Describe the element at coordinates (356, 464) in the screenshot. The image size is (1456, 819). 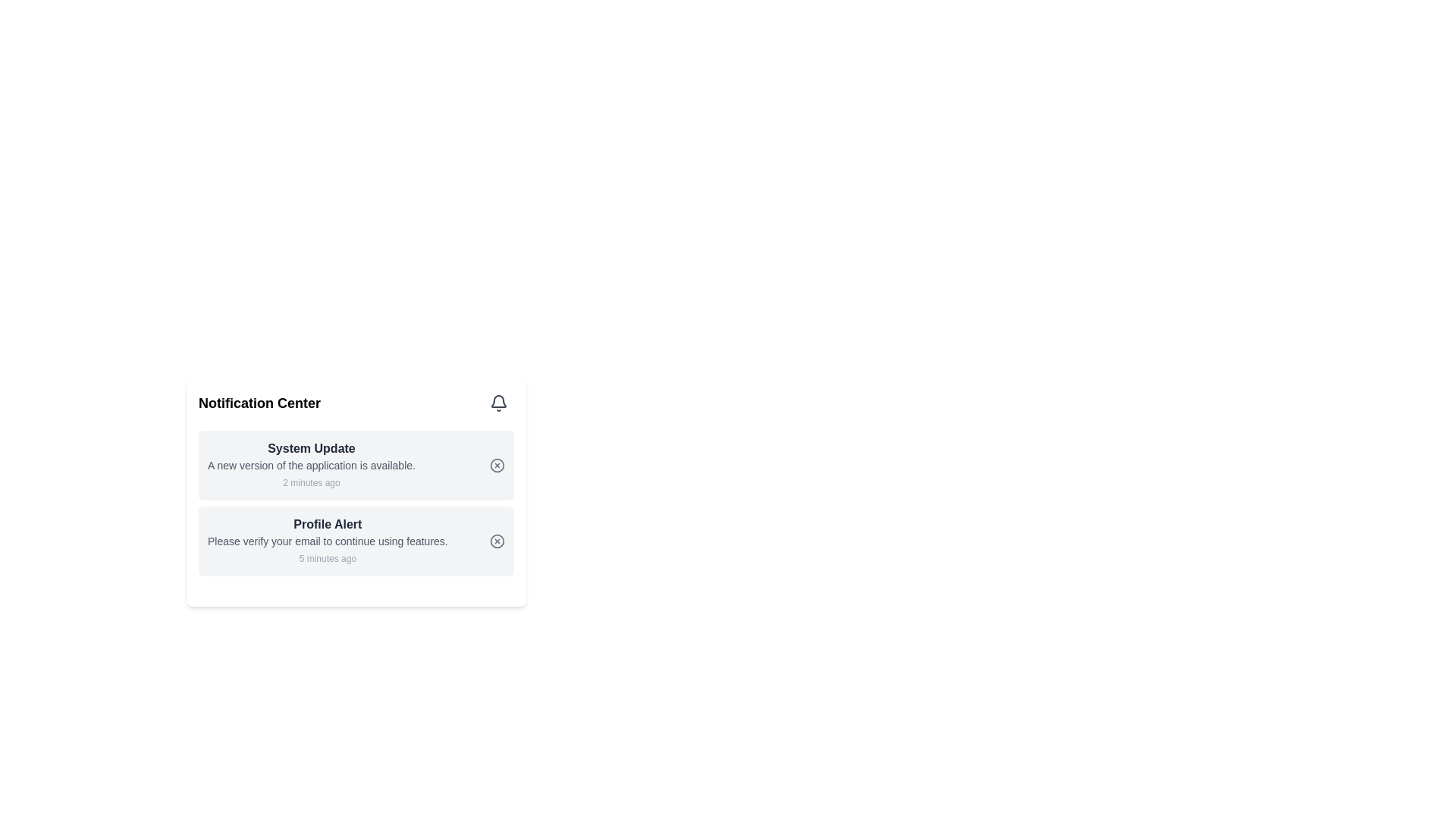
I see `the first notification card in the Notification Center that indicates a new application version` at that location.